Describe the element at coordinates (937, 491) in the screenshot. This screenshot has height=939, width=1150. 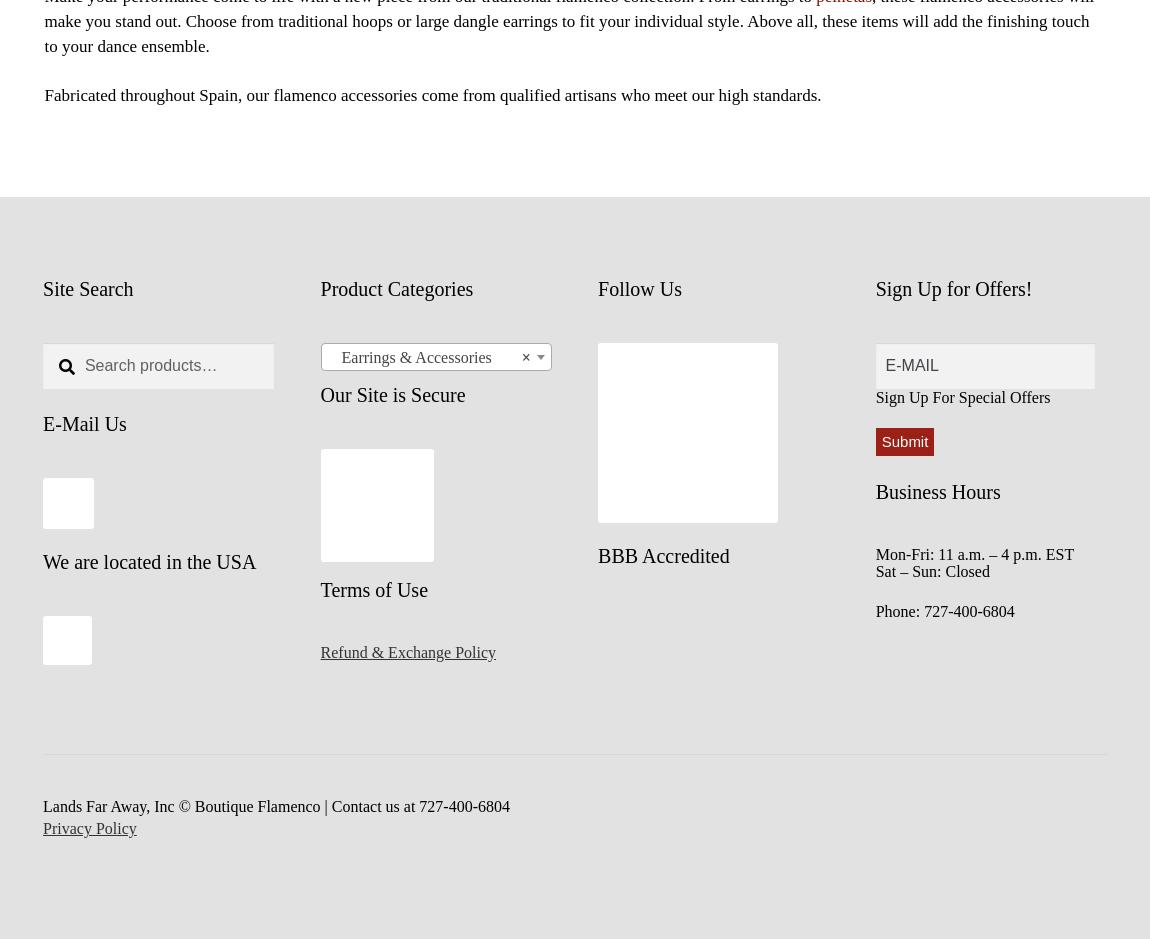
I see `'Business Hours'` at that location.